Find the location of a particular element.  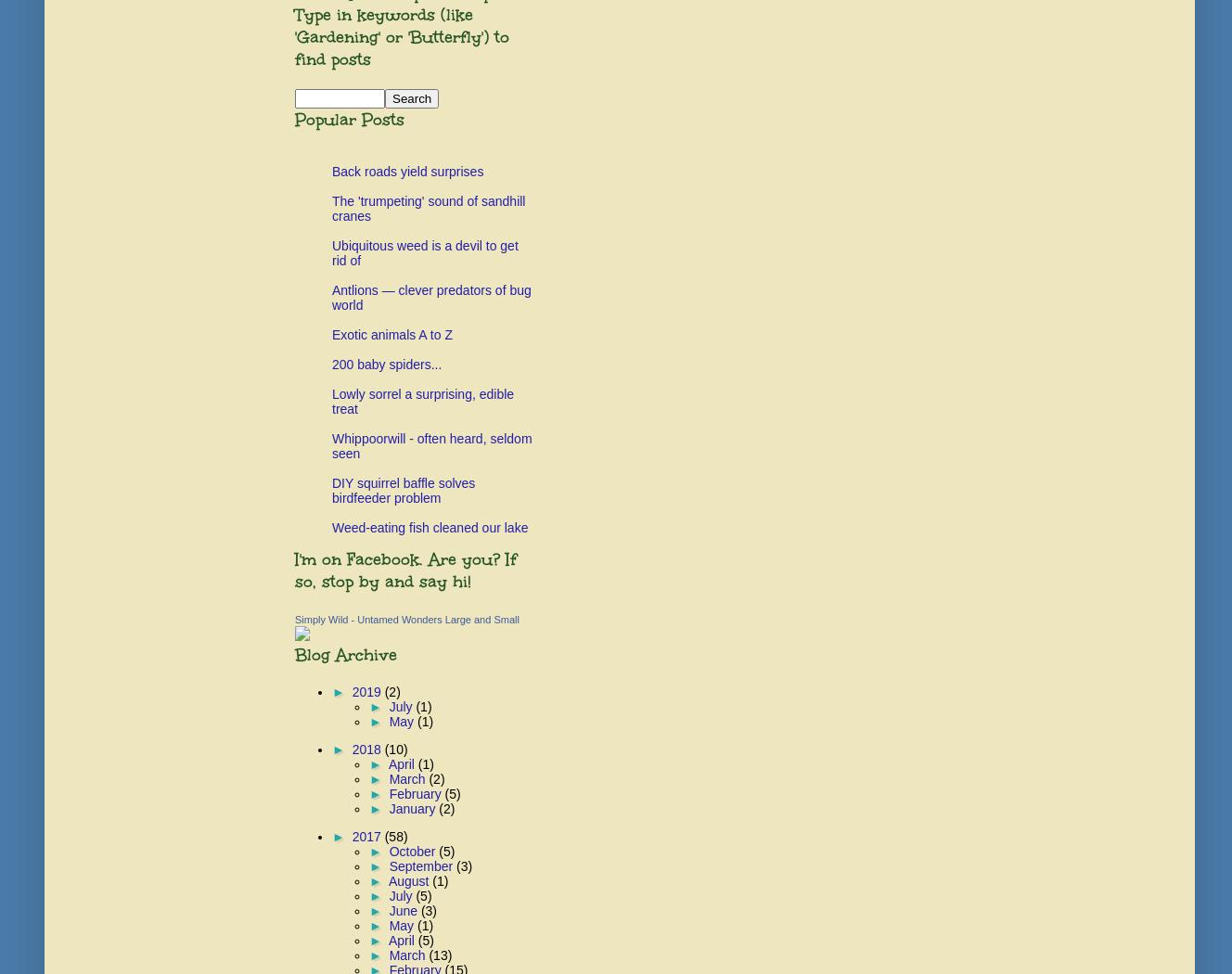

'Popular Posts' is located at coordinates (349, 119).